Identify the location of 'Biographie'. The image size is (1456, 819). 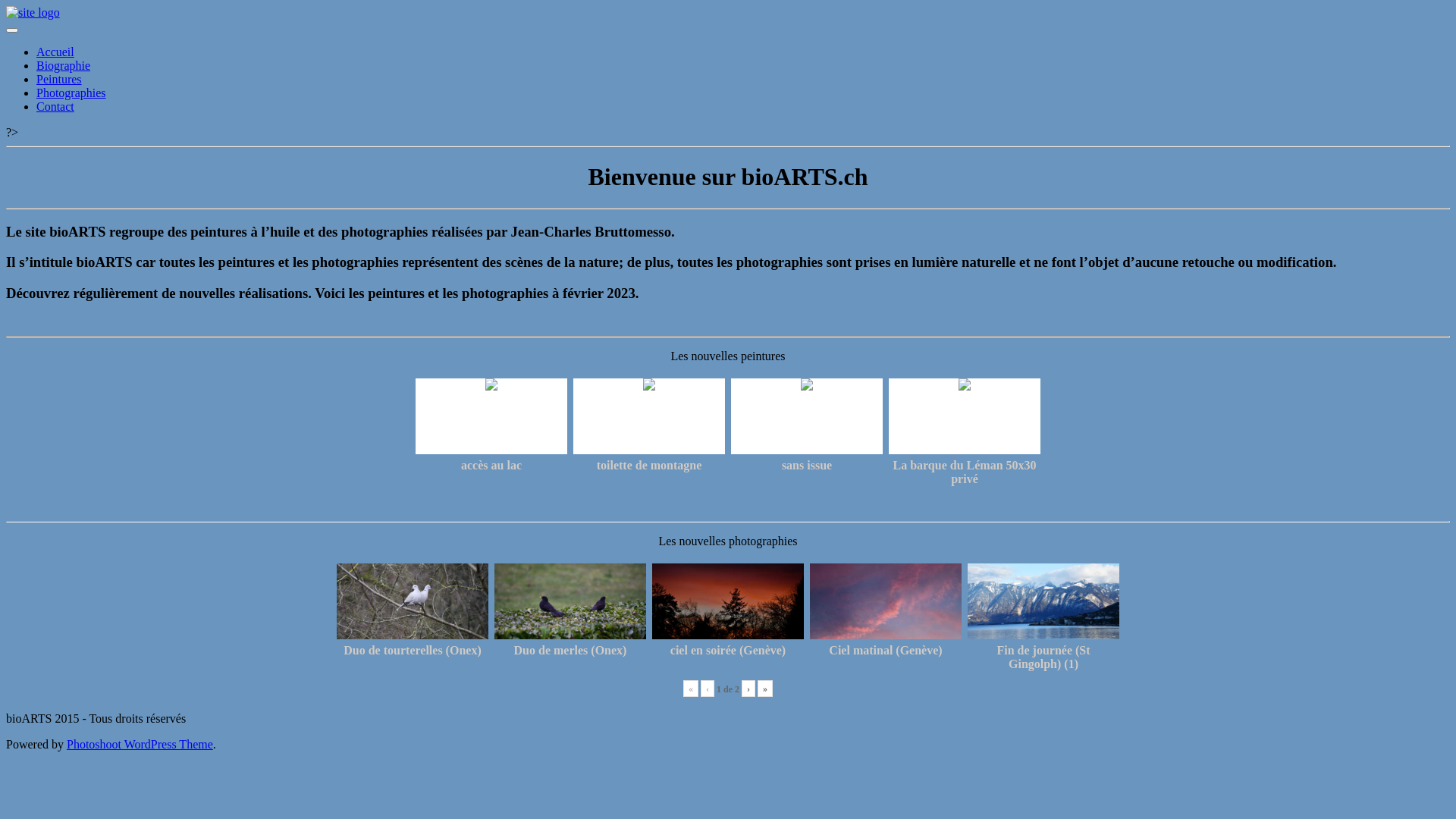
(62, 64).